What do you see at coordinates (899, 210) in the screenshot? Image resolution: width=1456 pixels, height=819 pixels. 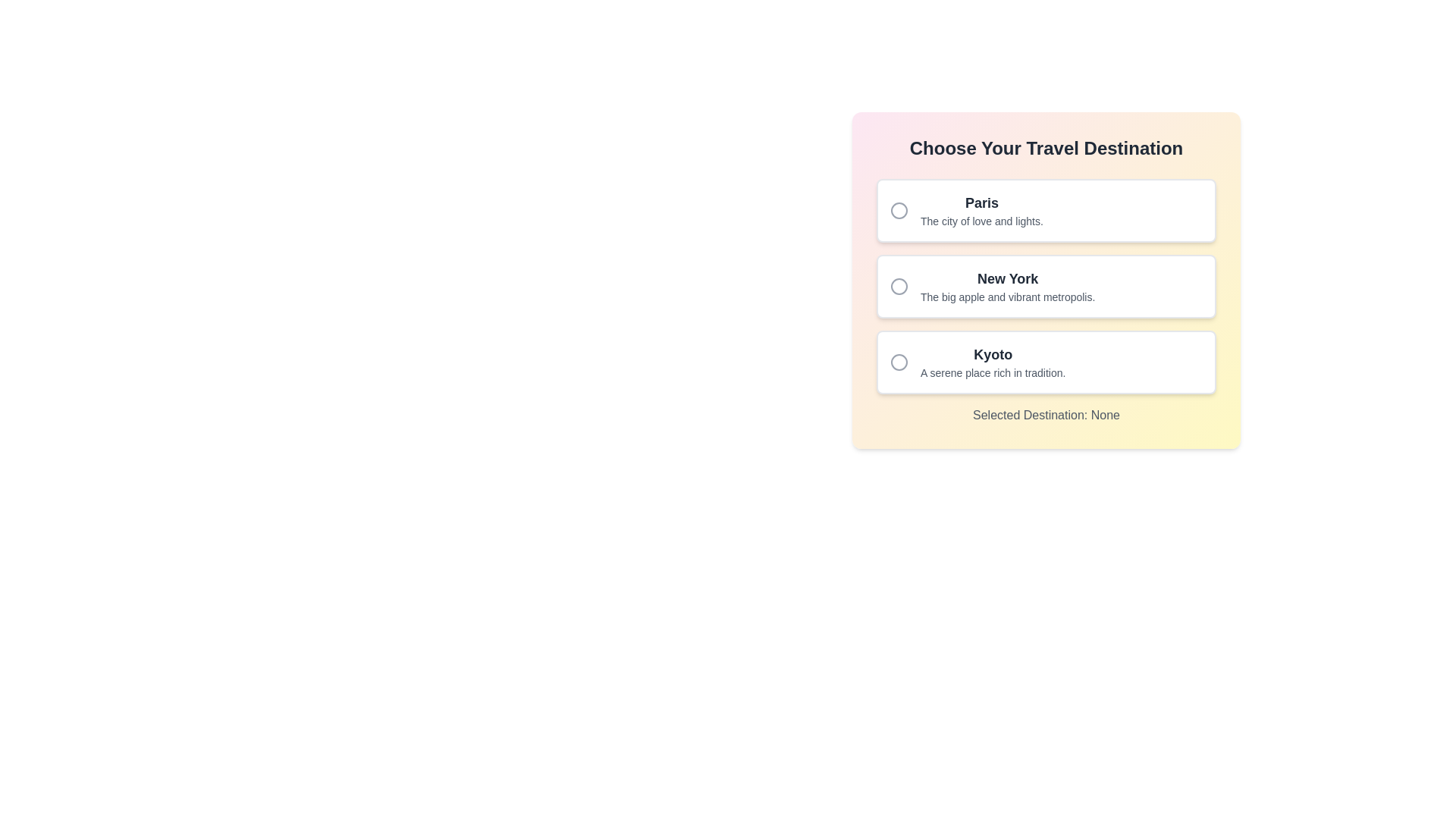 I see `the radio button for the 'Paris' option` at bounding box center [899, 210].